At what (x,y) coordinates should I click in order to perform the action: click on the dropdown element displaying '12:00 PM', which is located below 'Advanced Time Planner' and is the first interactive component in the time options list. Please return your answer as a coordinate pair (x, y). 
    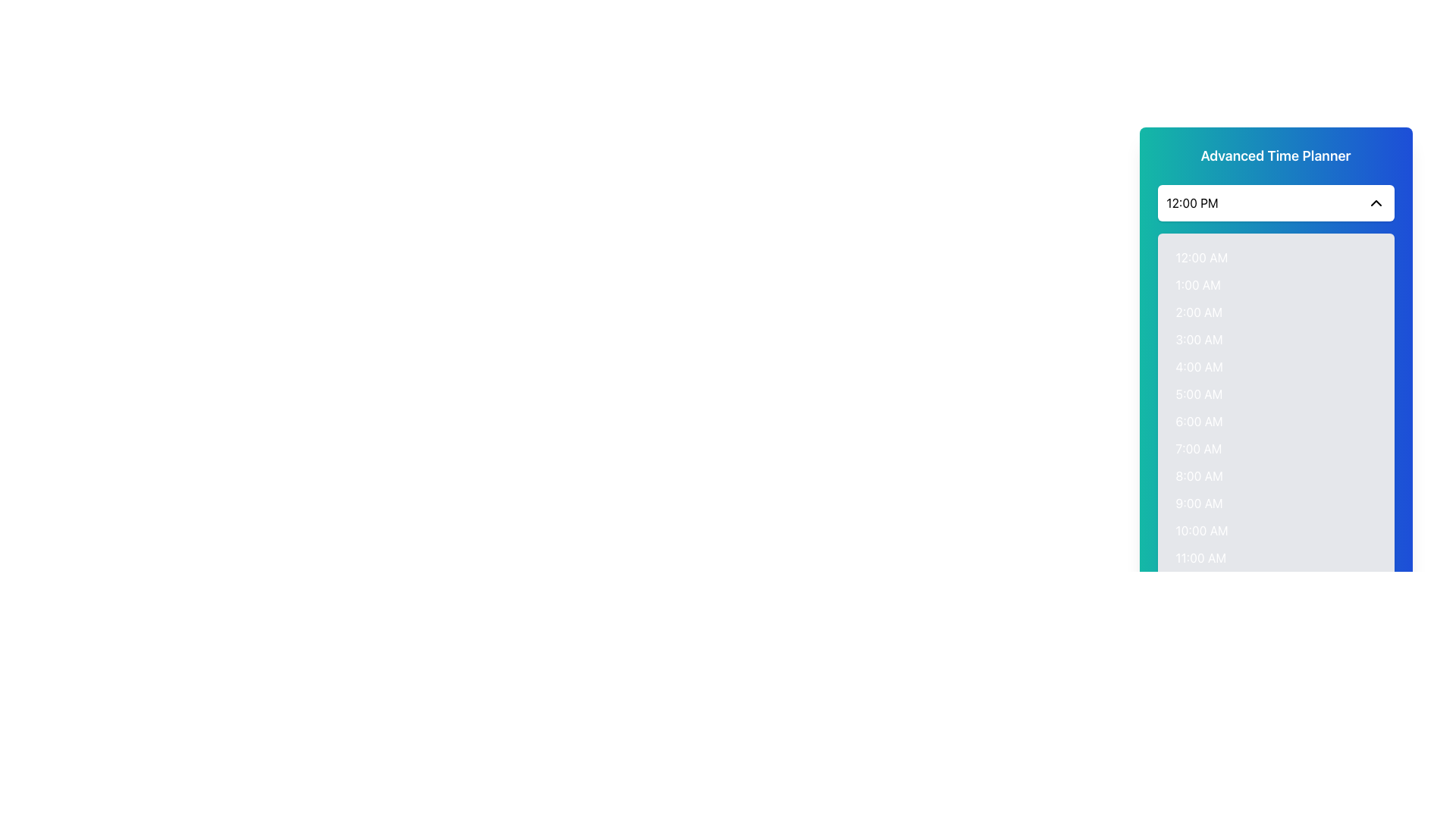
    Looking at the image, I should click on (1275, 202).